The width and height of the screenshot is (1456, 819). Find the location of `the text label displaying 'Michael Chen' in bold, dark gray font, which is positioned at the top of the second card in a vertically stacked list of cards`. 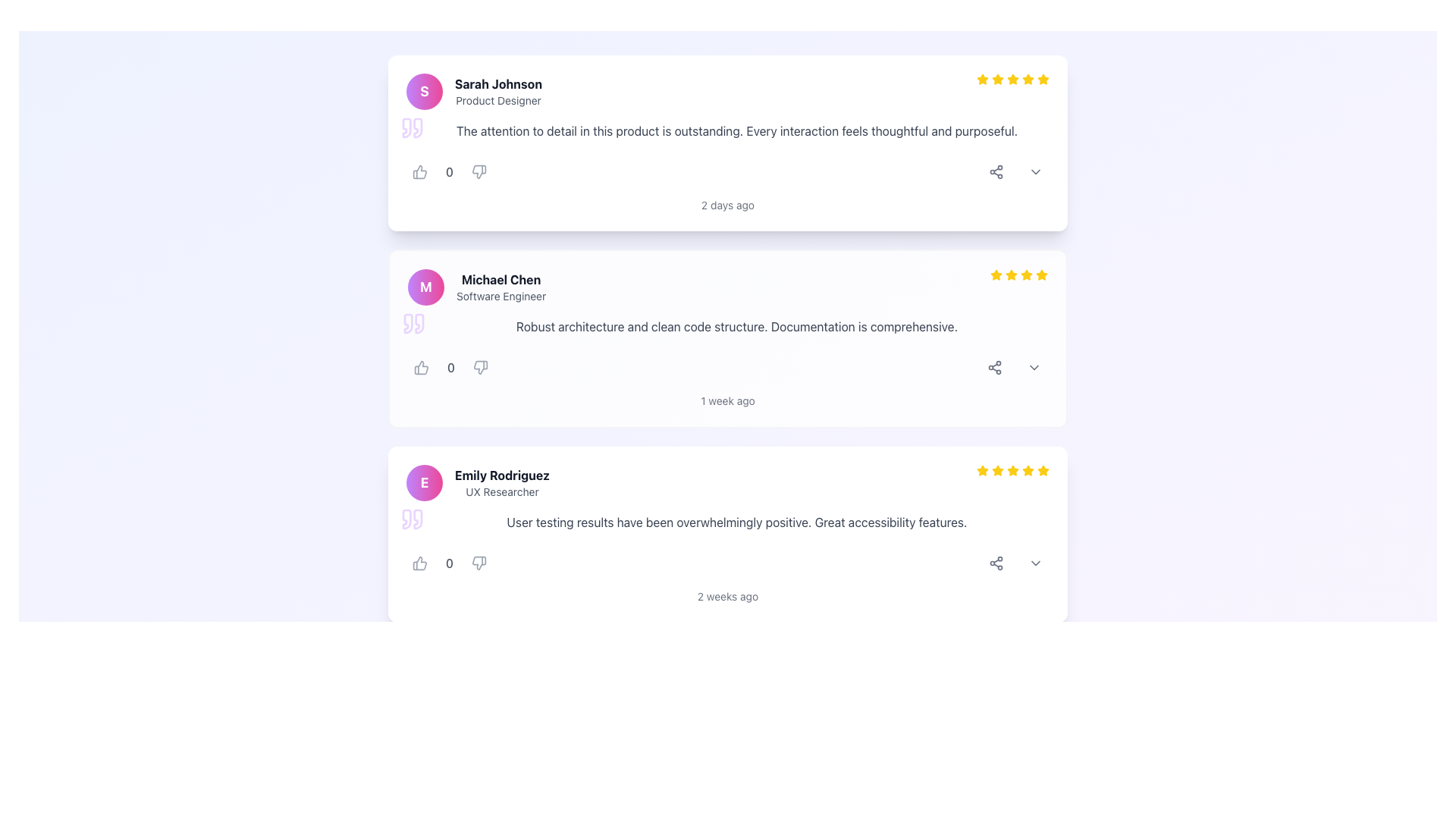

the text label displaying 'Michael Chen' in bold, dark gray font, which is positioned at the top of the second card in a vertically stacked list of cards is located at coordinates (501, 280).